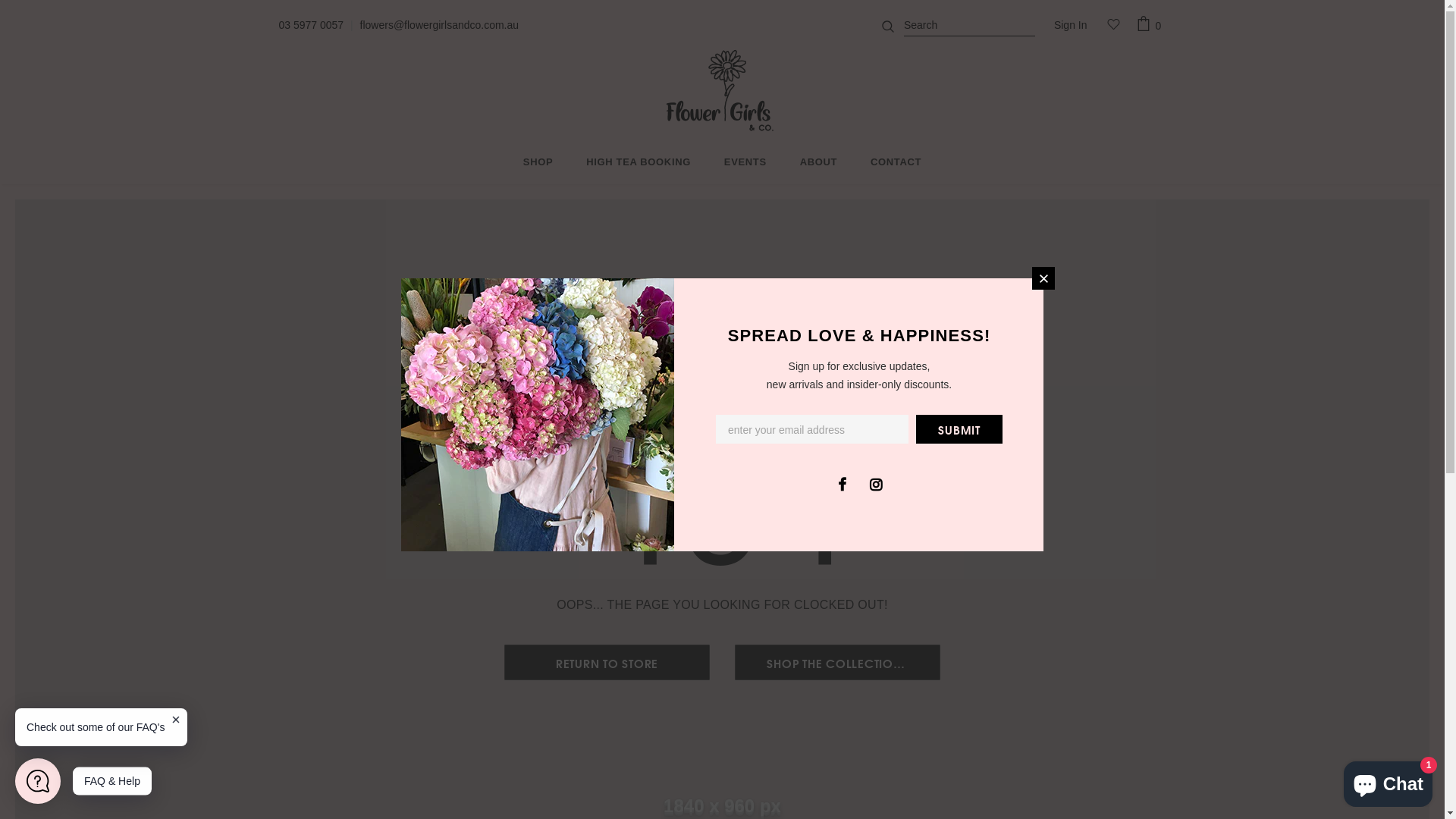 The image size is (1456, 819). I want to click on 'ABOUT', so click(817, 164).